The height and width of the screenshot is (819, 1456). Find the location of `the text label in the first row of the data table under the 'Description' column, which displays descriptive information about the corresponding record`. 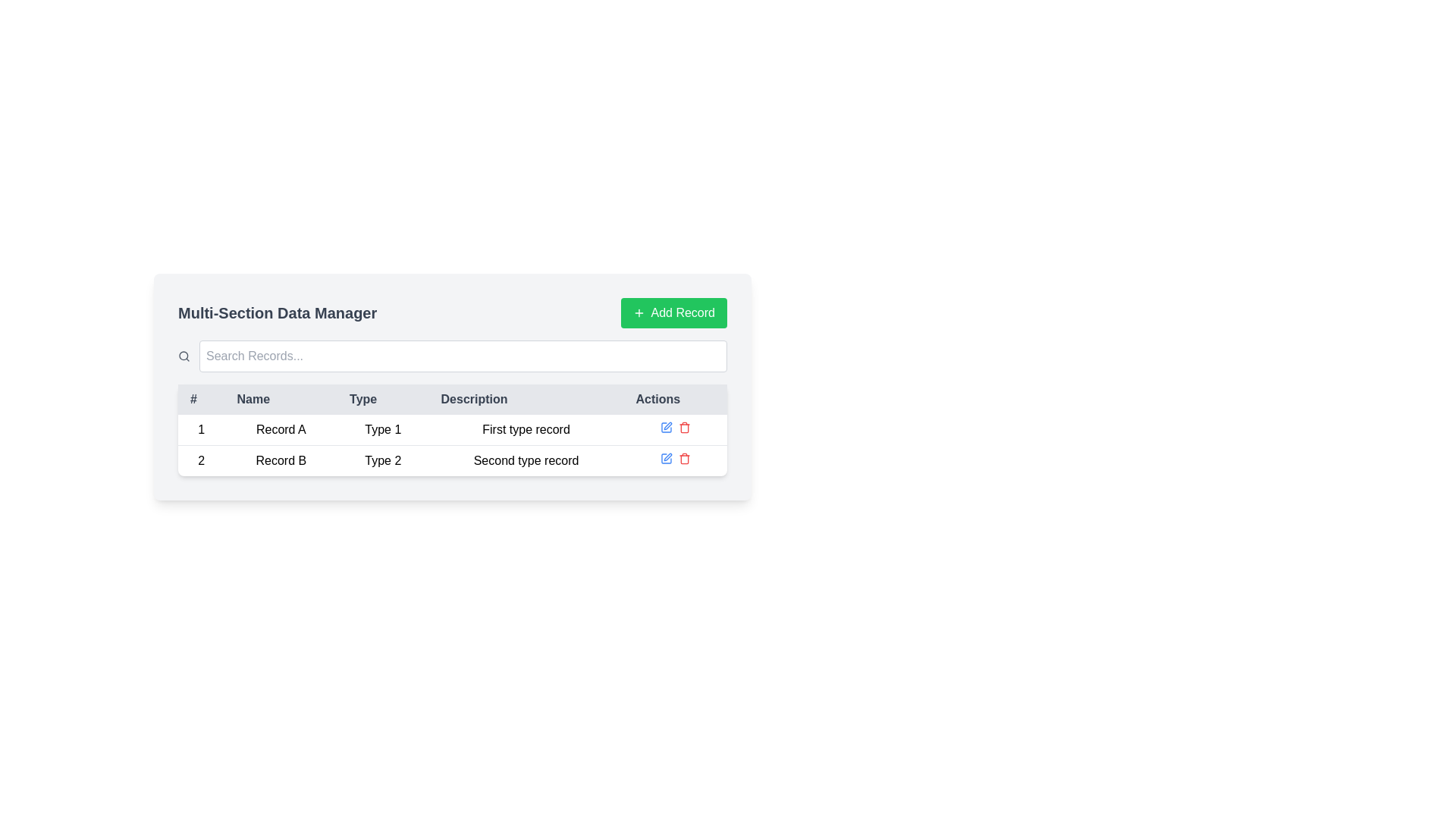

the text label in the first row of the data table under the 'Description' column, which displays descriptive information about the corresponding record is located at coordinates (526, 430).